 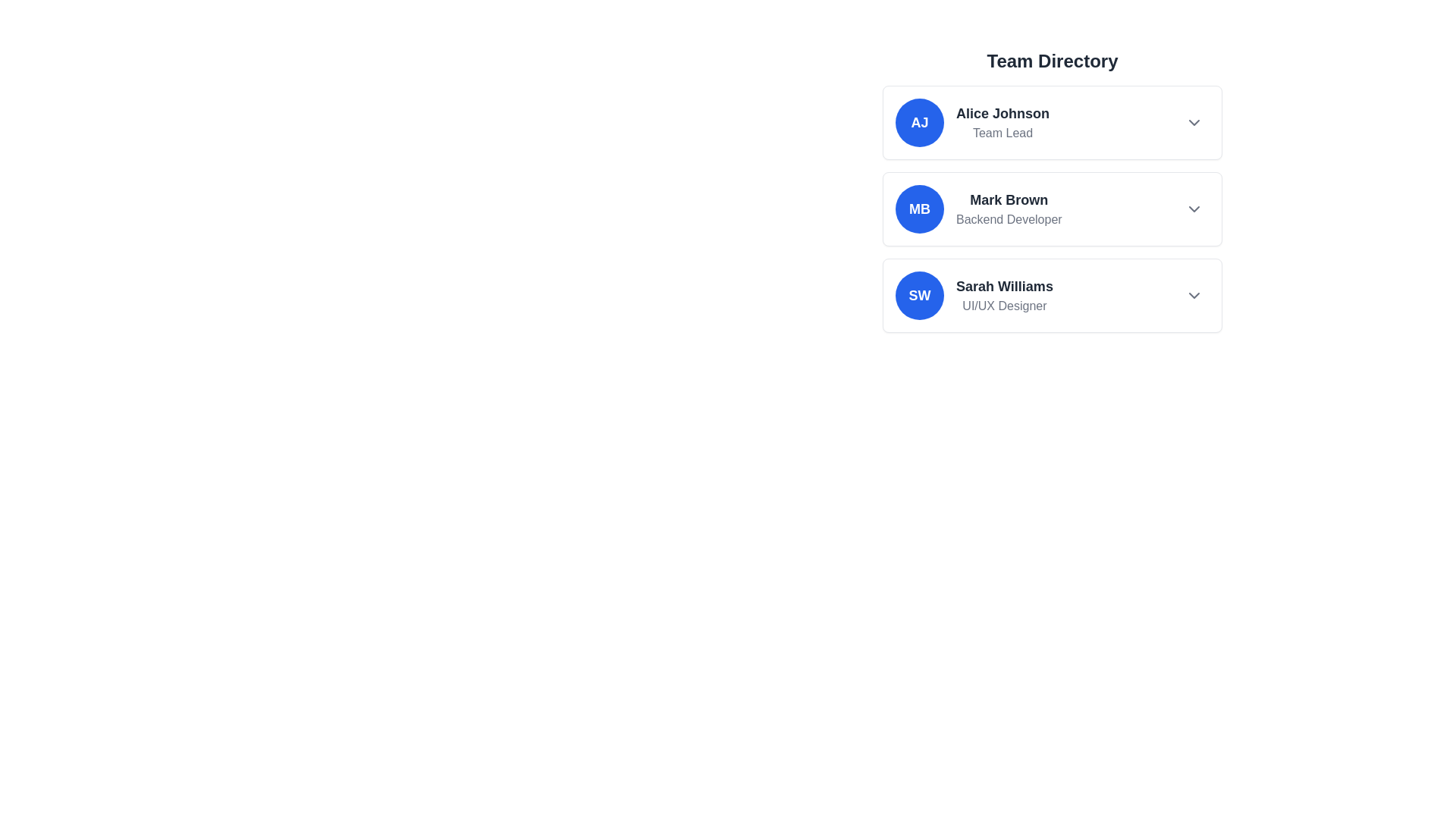 What do you see at coordinates (1051, 190) in the screenshot?
I see `on the profile card representing the second team member in the directory, which displays their initials, name, and role` at bounding box center [1051, 190].